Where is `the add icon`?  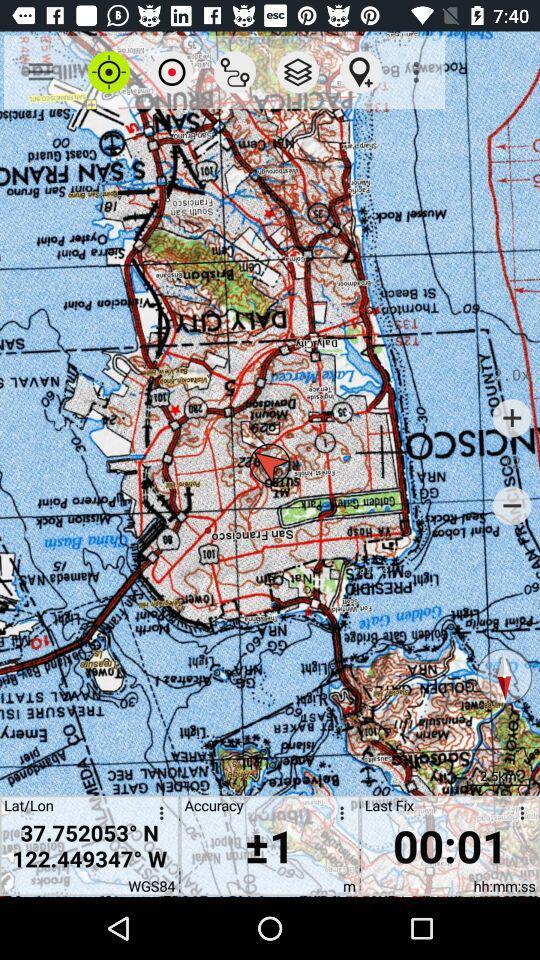
the add icon is located at coordinates (512, 417).